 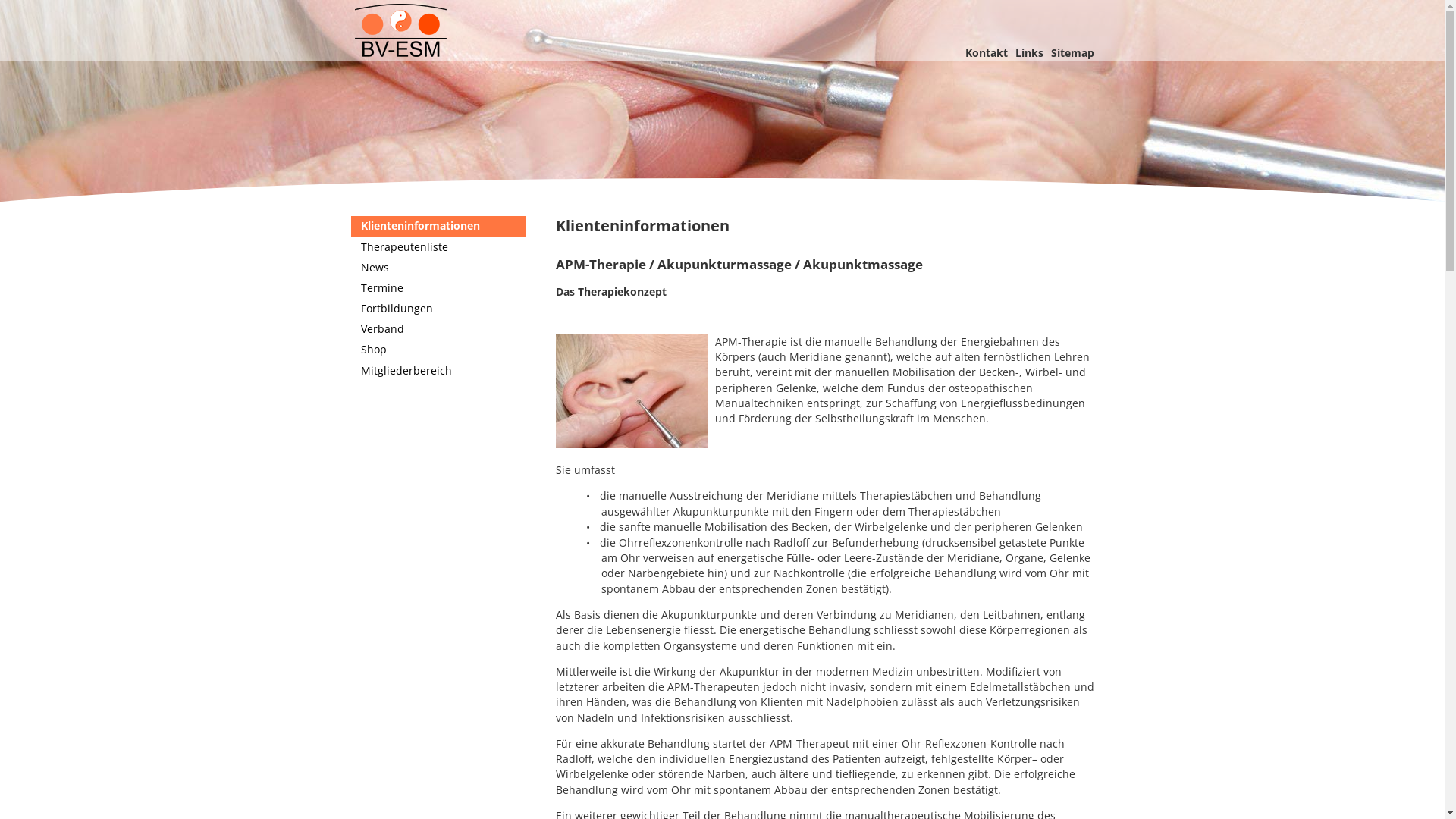 I want to click on 'Termine', so click(x=436, y=288).